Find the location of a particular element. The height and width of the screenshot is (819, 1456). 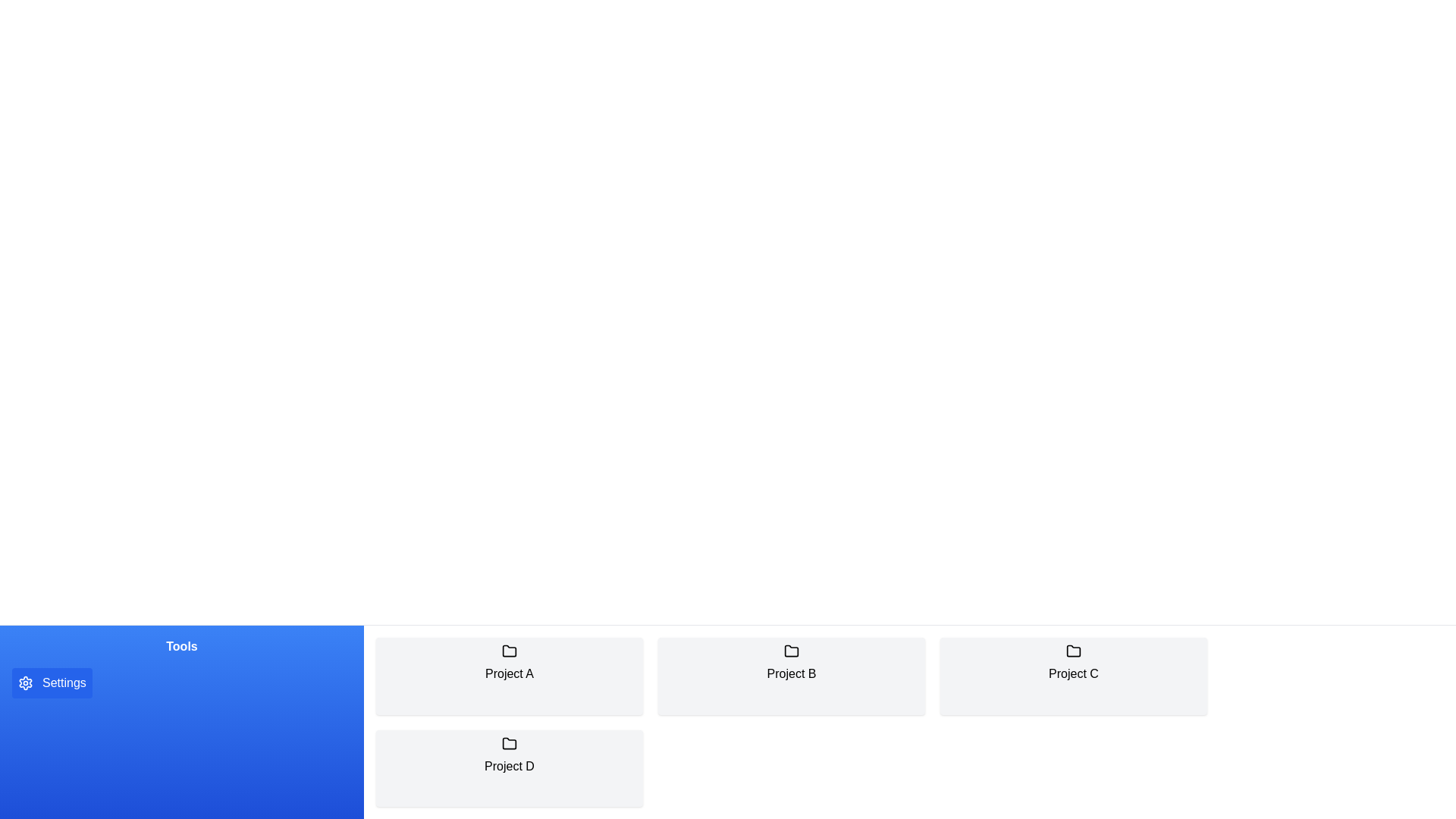

the circular gear-like icon inside the 'Settings' button is located at coordinates (25, 683).